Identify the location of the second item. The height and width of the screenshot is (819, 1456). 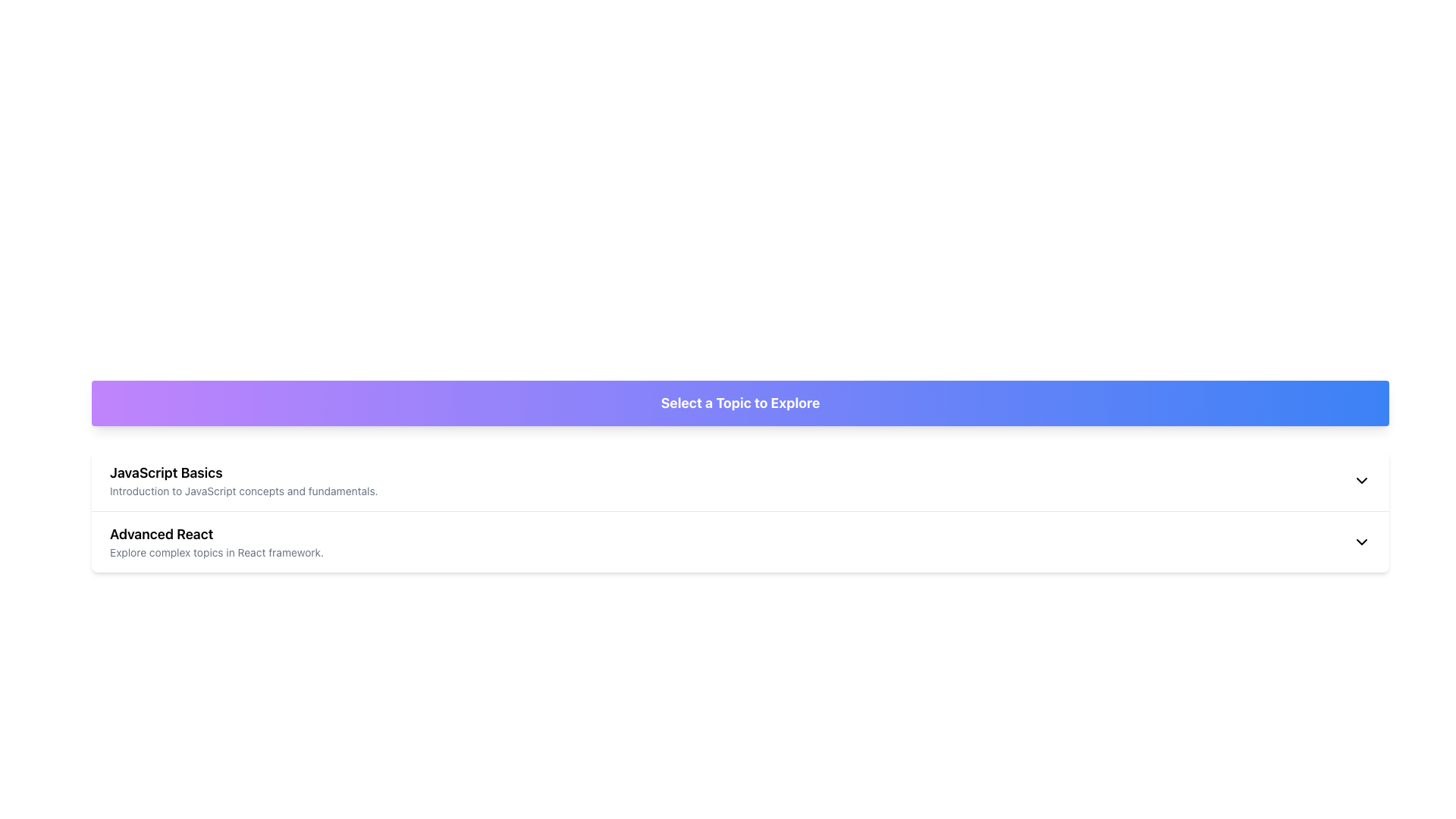
(740, 541).